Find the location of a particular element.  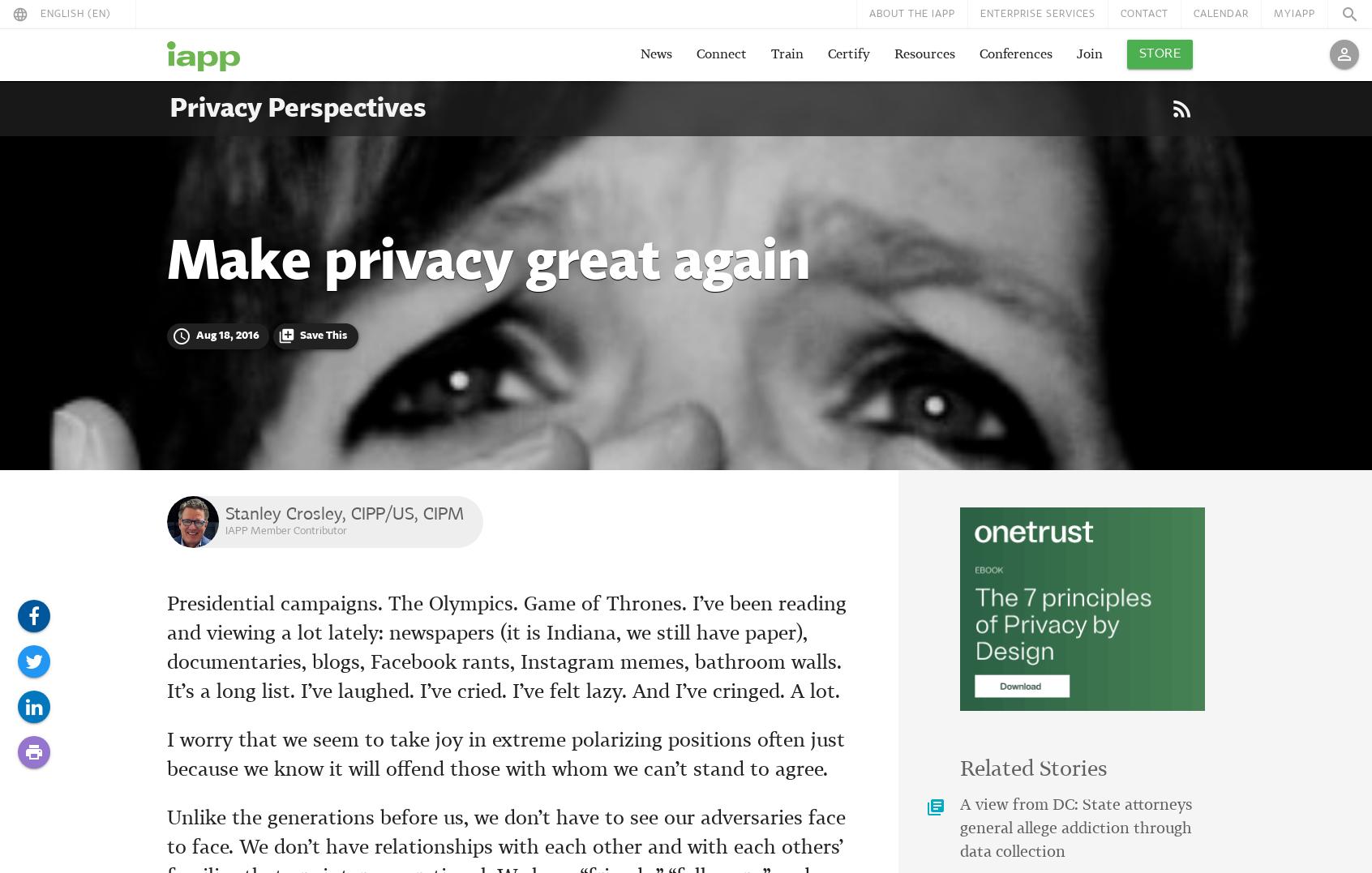

'IAPP Member Contributor' is located at coordinates (285, 530).